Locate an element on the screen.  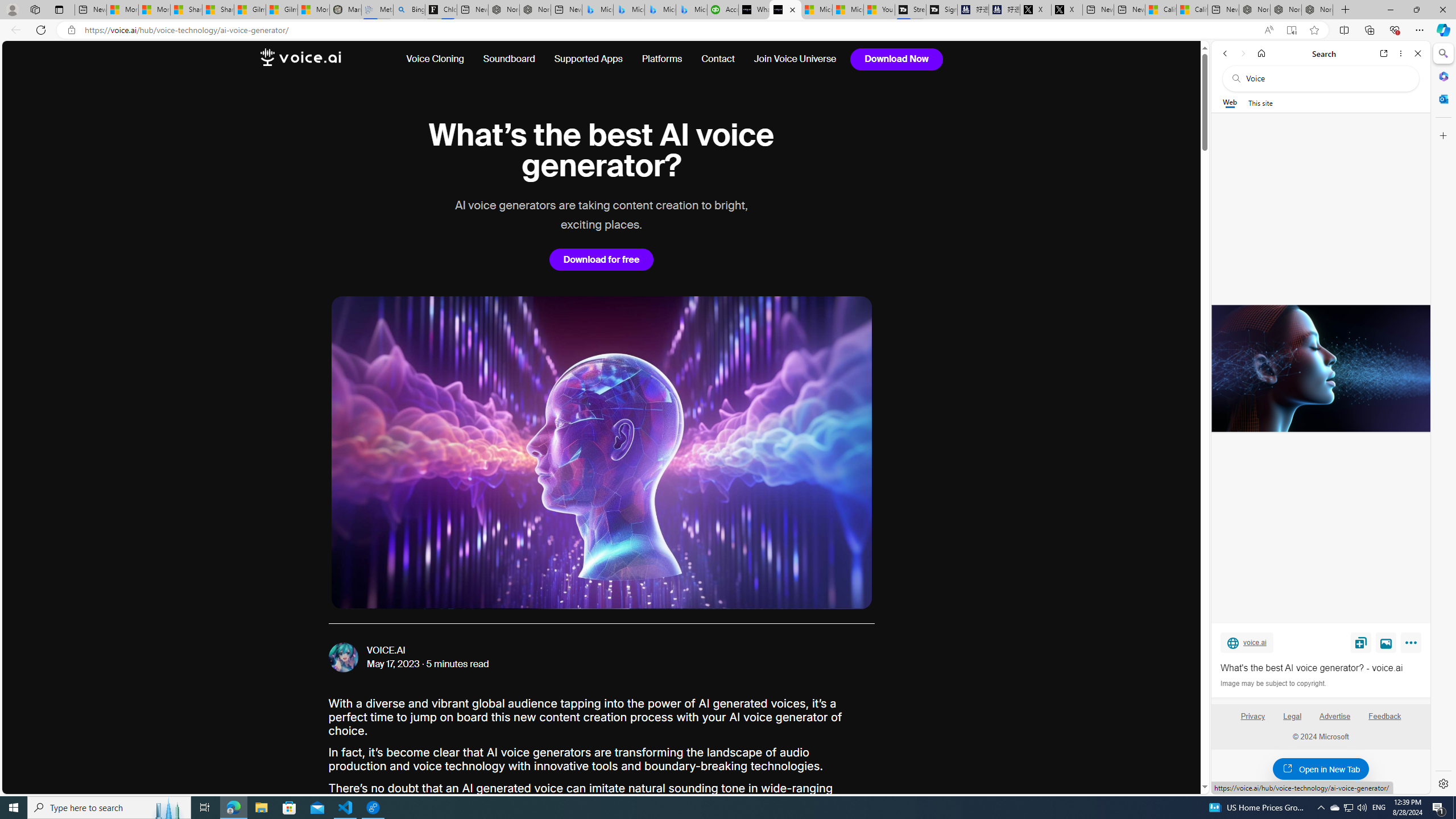
'Legal' is located at coordinates (1292, 721).